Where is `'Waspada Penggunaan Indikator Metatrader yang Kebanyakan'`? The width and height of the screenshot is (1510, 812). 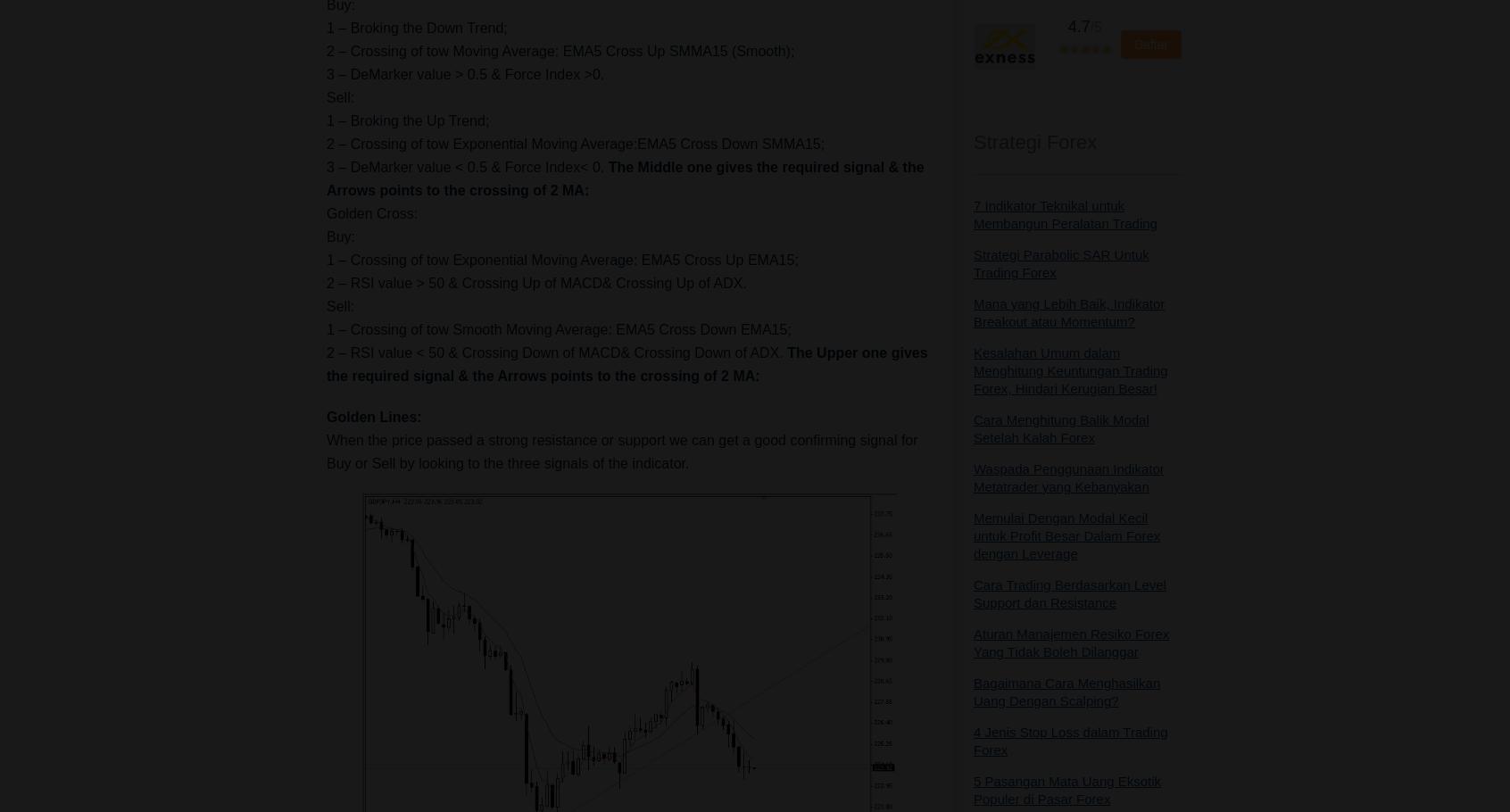 'Waspada Penggunaan Indikator Metatrader yang Kebanyakan' is located at coordinates (1067, 476).